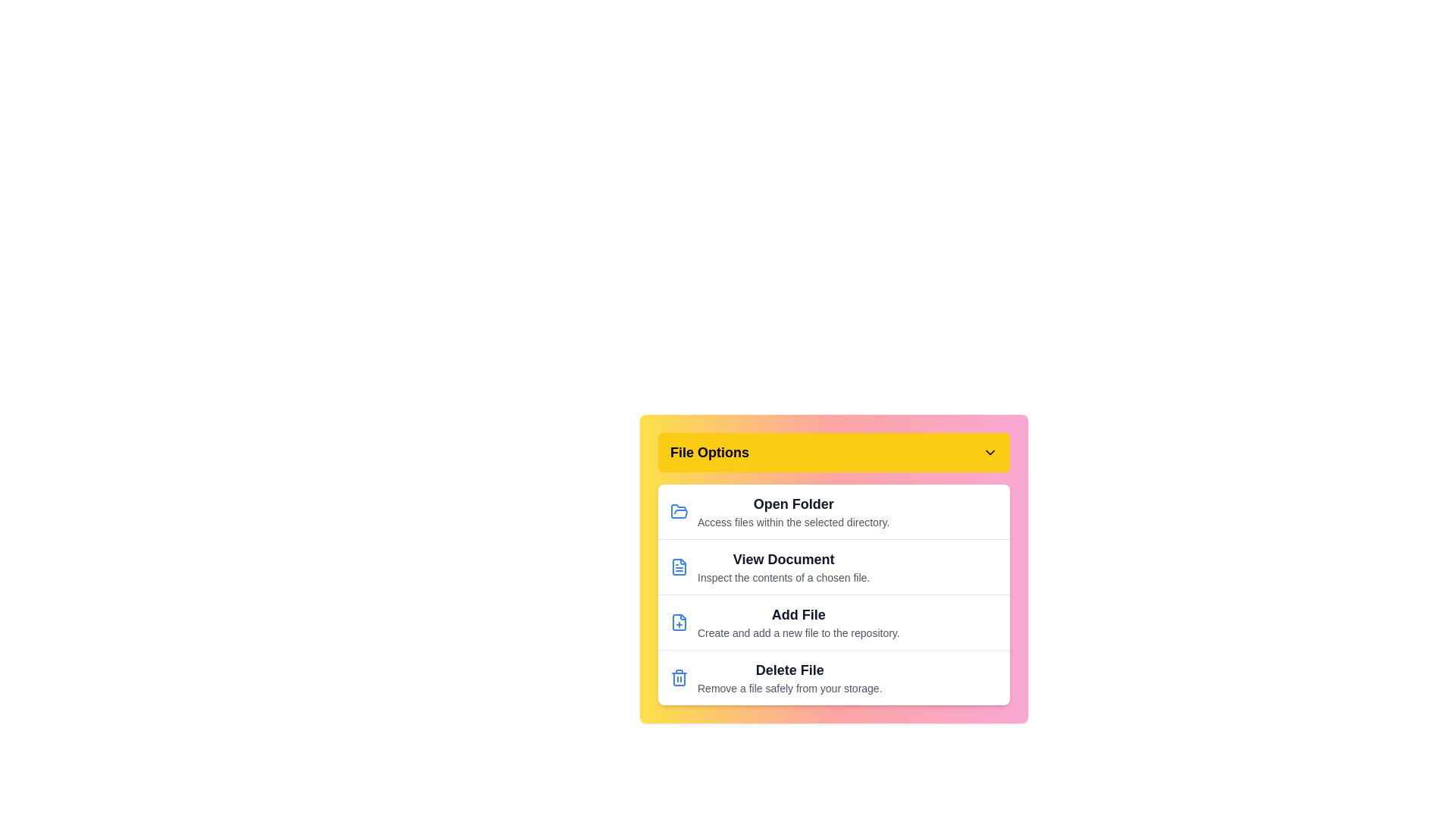 The image size is (1456, 819). I want to click on the document icon with a plus sign, styled in blue, located next to the 'Add File' label in the 'File Options' menu, so click(679, 623).